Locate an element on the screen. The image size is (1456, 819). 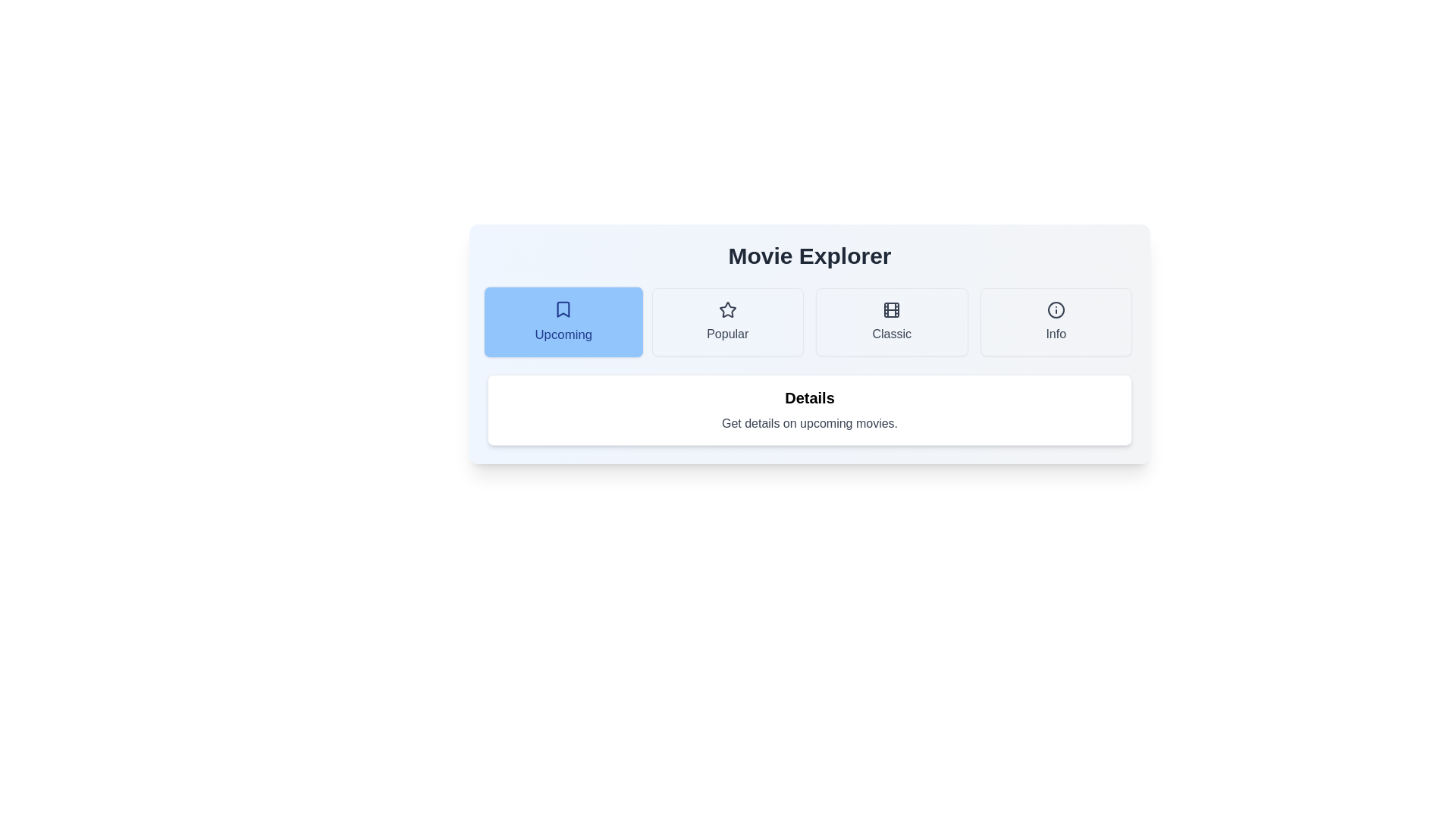
the Decorative component within the 'Classic' film strip icon in the 'Movie Explorer' interface is located at coordinates (892, 309).